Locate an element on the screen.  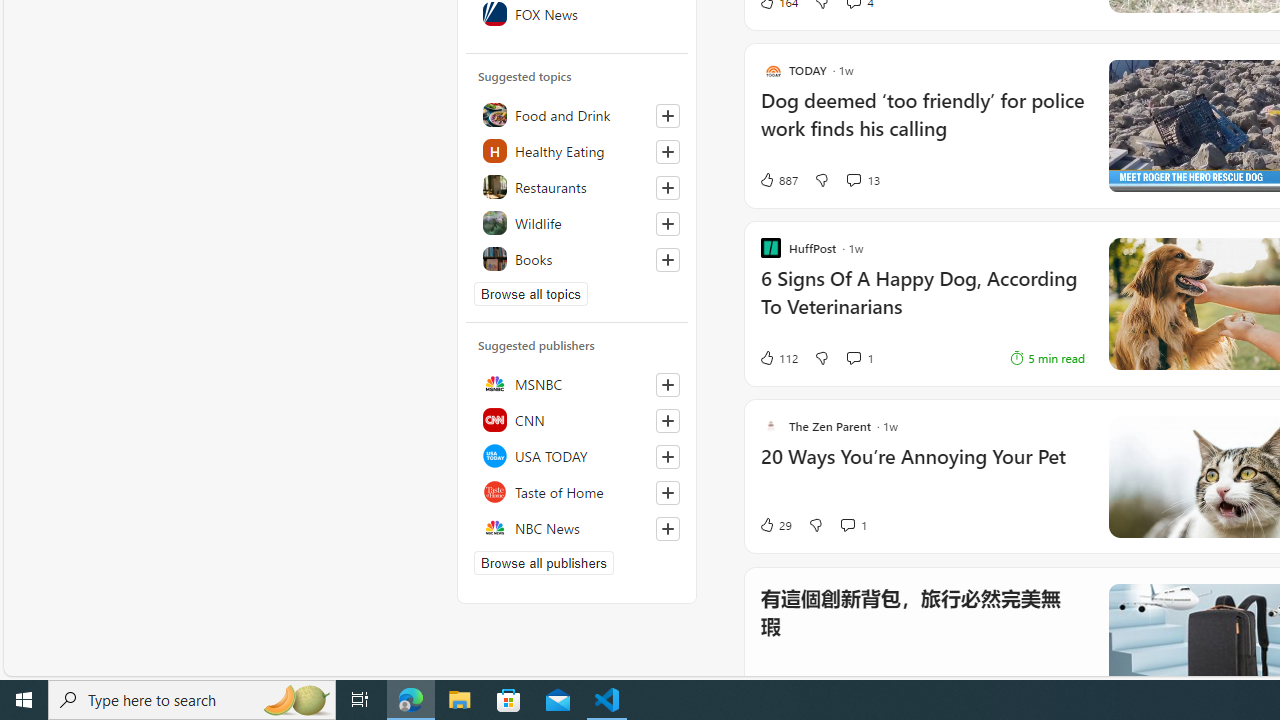
'Restaurants' is located at coordinates (576, 186).